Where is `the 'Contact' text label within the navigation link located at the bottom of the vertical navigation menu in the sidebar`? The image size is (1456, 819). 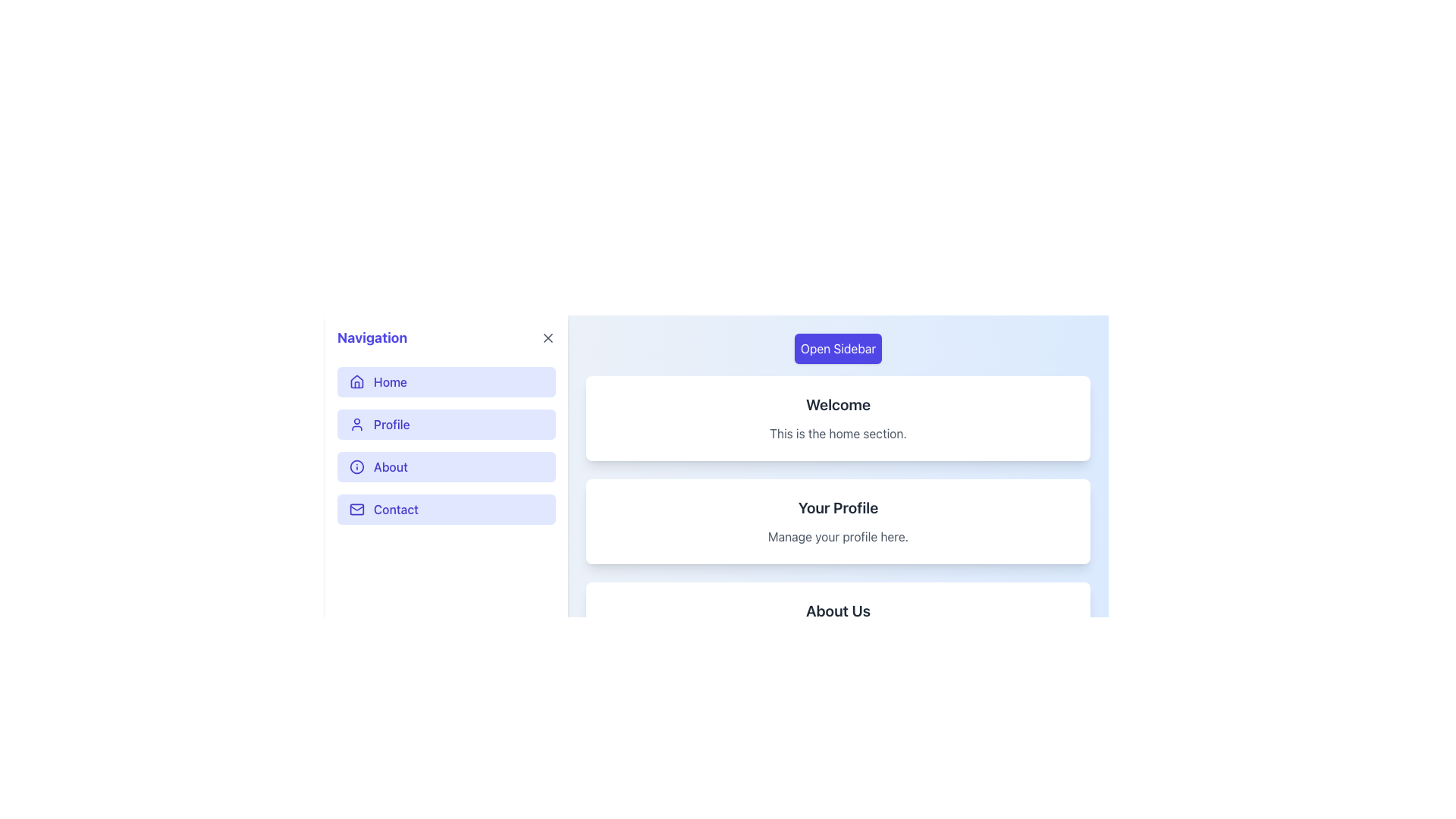
the 'Contact' text label within the navigation link located at the bottom of the vertical navigation menu in the sidebar is located at coordinates (396, 509).